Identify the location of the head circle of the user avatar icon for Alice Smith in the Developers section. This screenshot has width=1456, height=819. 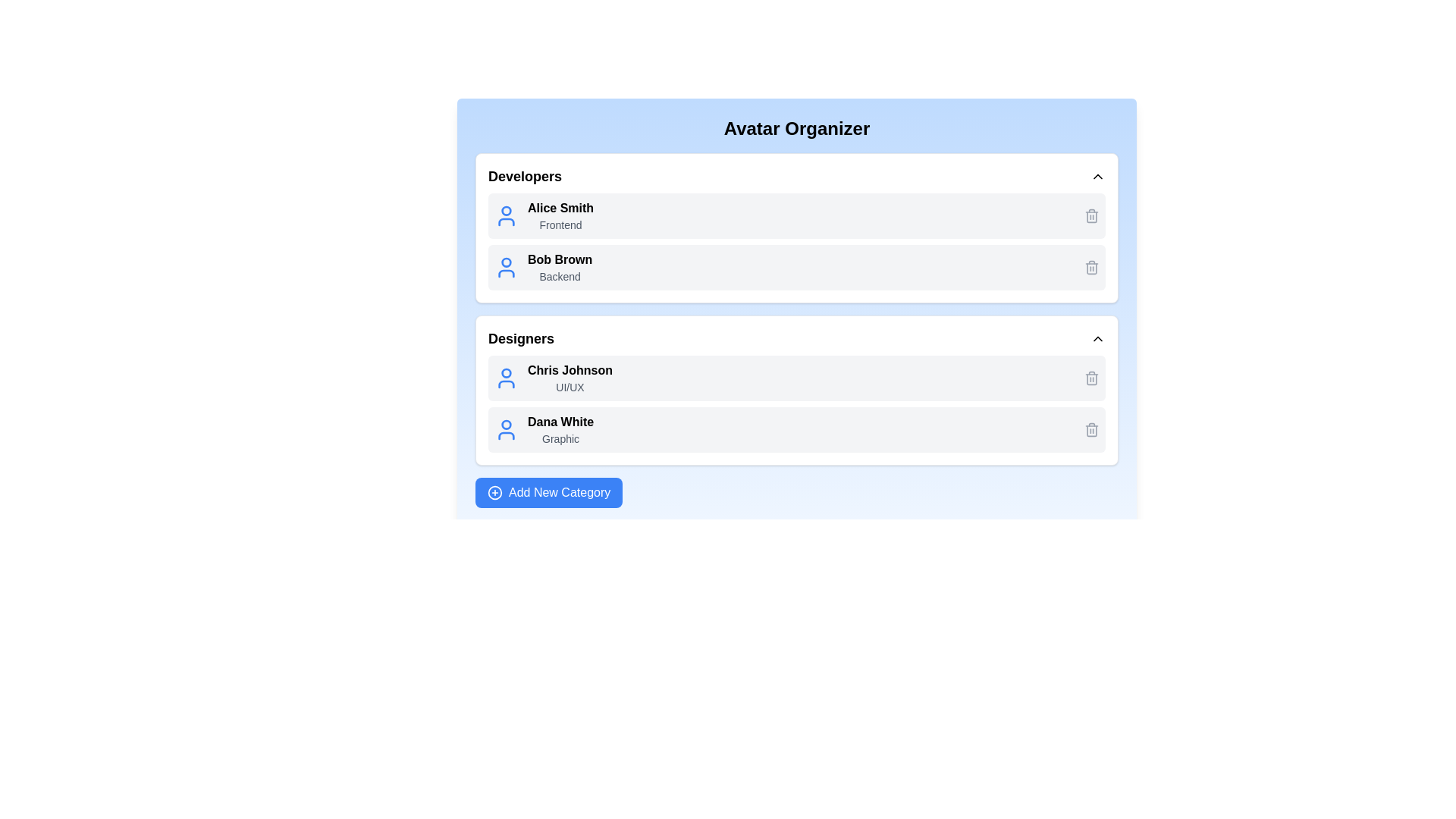
(506, 210).